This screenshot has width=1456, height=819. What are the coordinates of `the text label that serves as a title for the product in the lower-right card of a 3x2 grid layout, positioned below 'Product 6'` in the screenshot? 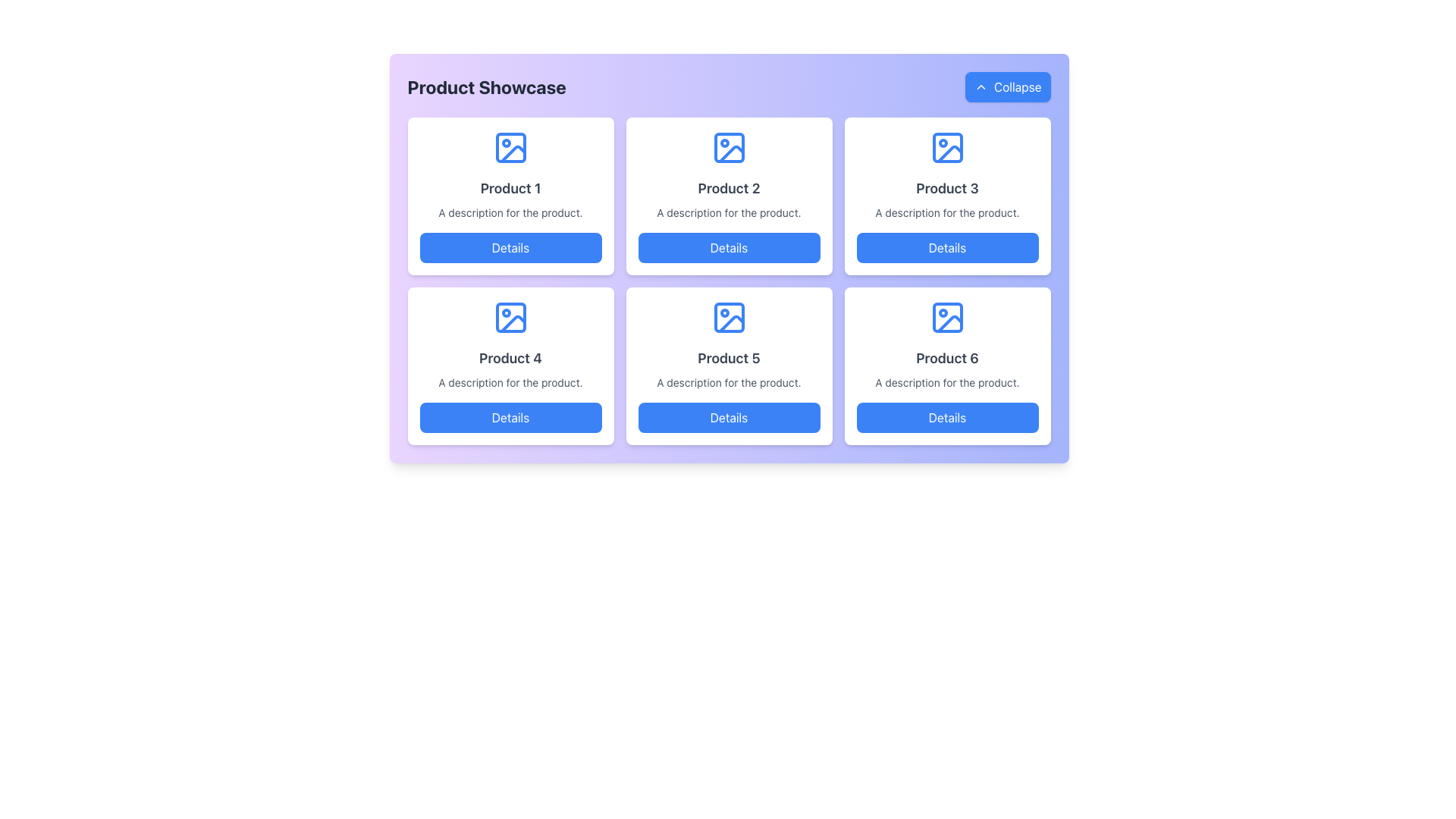 It's located at (946, 359).